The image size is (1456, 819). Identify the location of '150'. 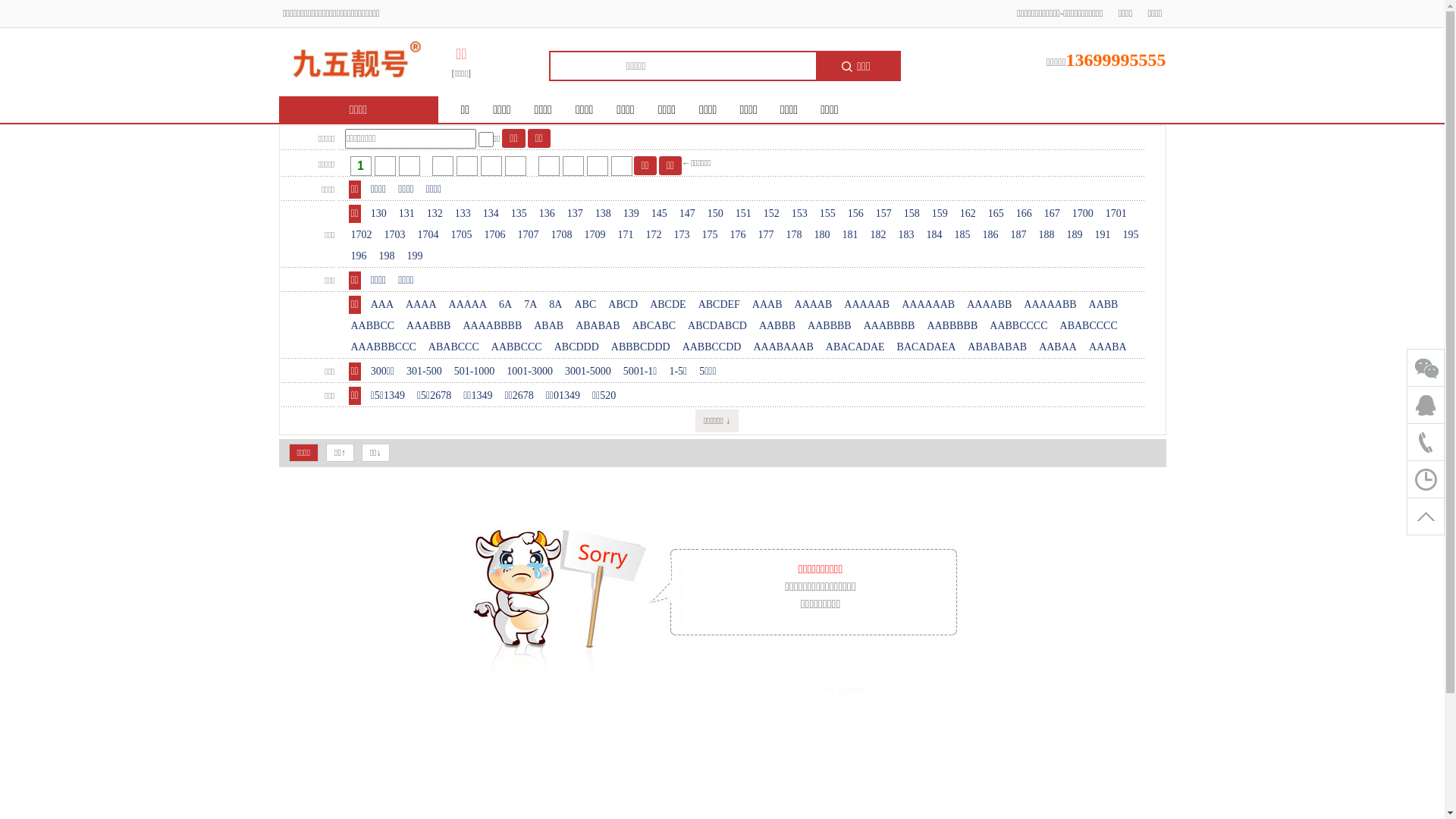
(714, 213).